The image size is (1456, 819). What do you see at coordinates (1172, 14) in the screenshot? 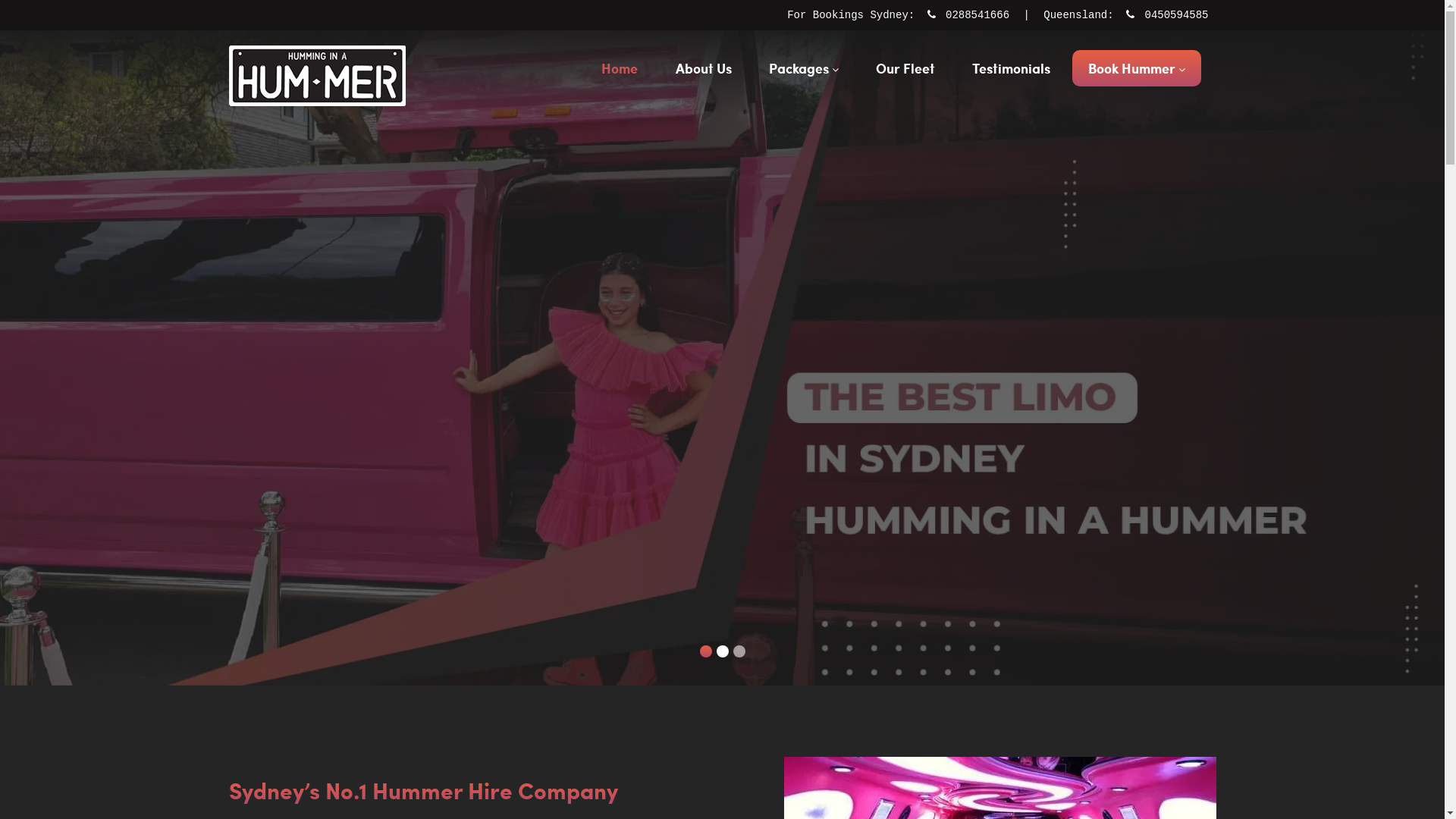
I see `'0450594585'` at bounding box center [1172, 14].